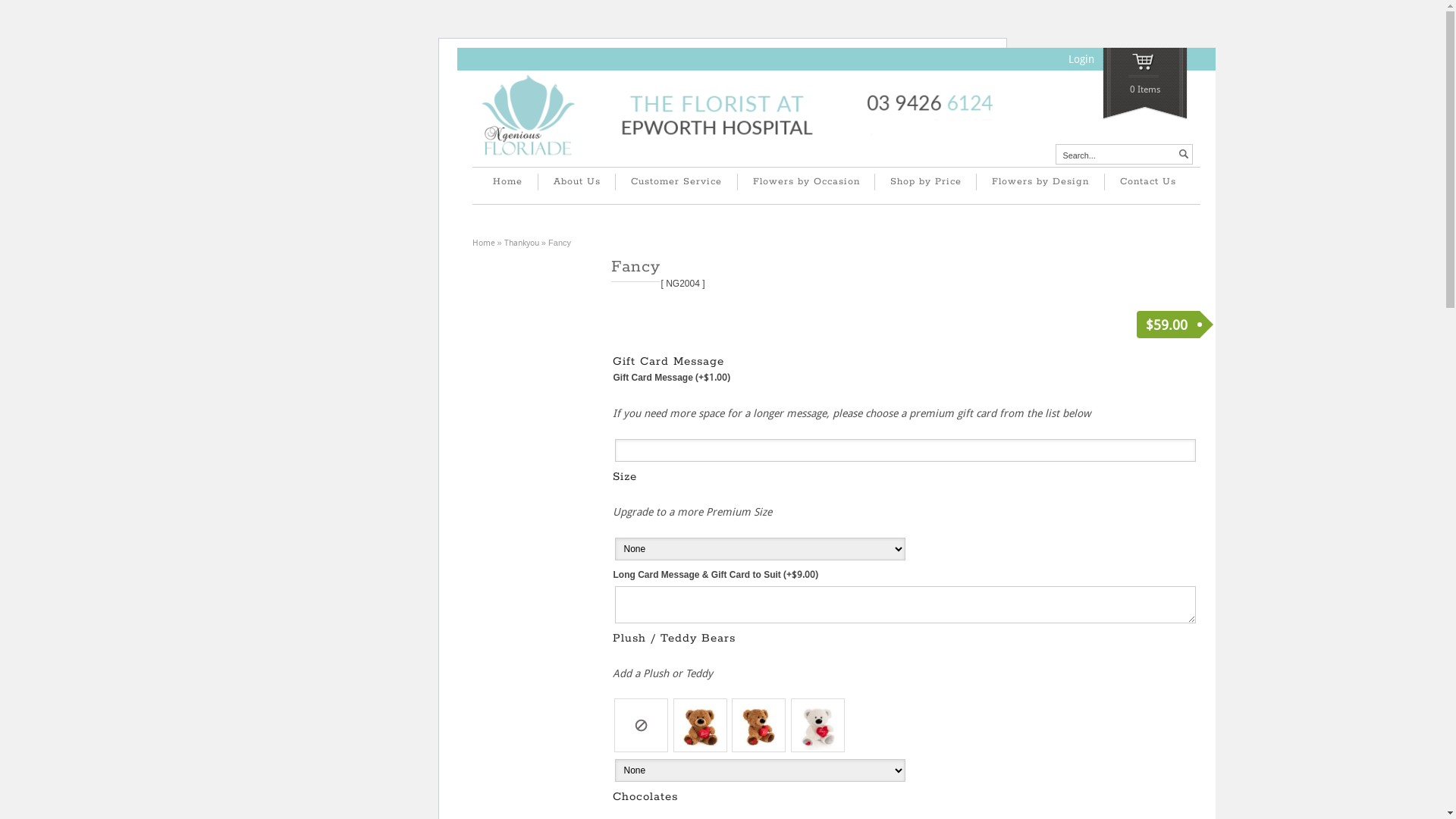 The image size is (1456, 819). What do you see at coordinates (924, 180) in the screenshot?
I see `'Shop by Price'` at bounding box center [924, 180].